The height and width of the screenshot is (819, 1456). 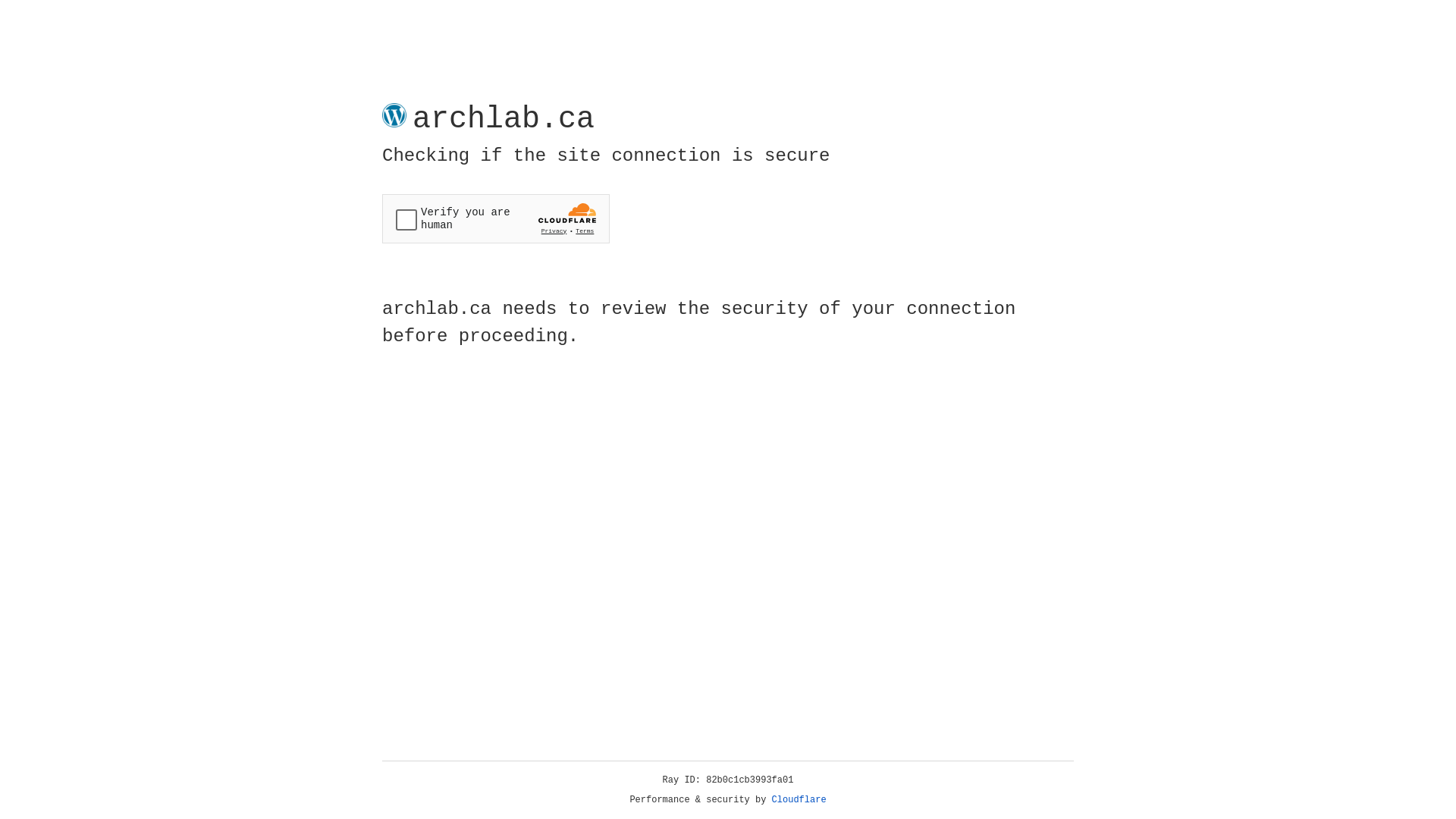 I want to click on 'Widget containing a Cloudflare security challenge', so click(x=495, y=218).